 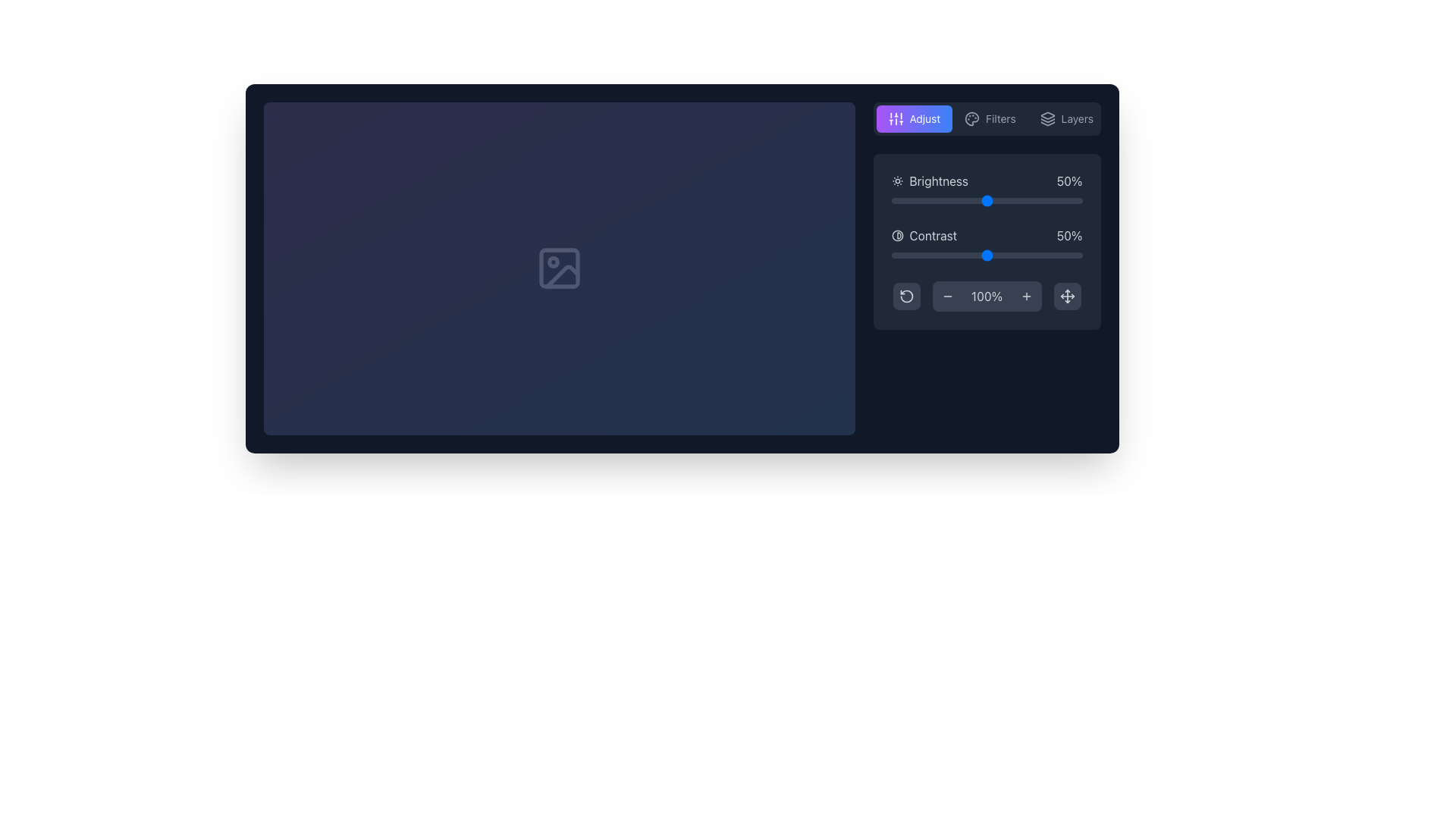 What do you see at coordinates (987, 241) in the screenshot?
I see `the interactive buttons in the control panel for adjusting brightness and contrast` at bounding box center [987, 241].